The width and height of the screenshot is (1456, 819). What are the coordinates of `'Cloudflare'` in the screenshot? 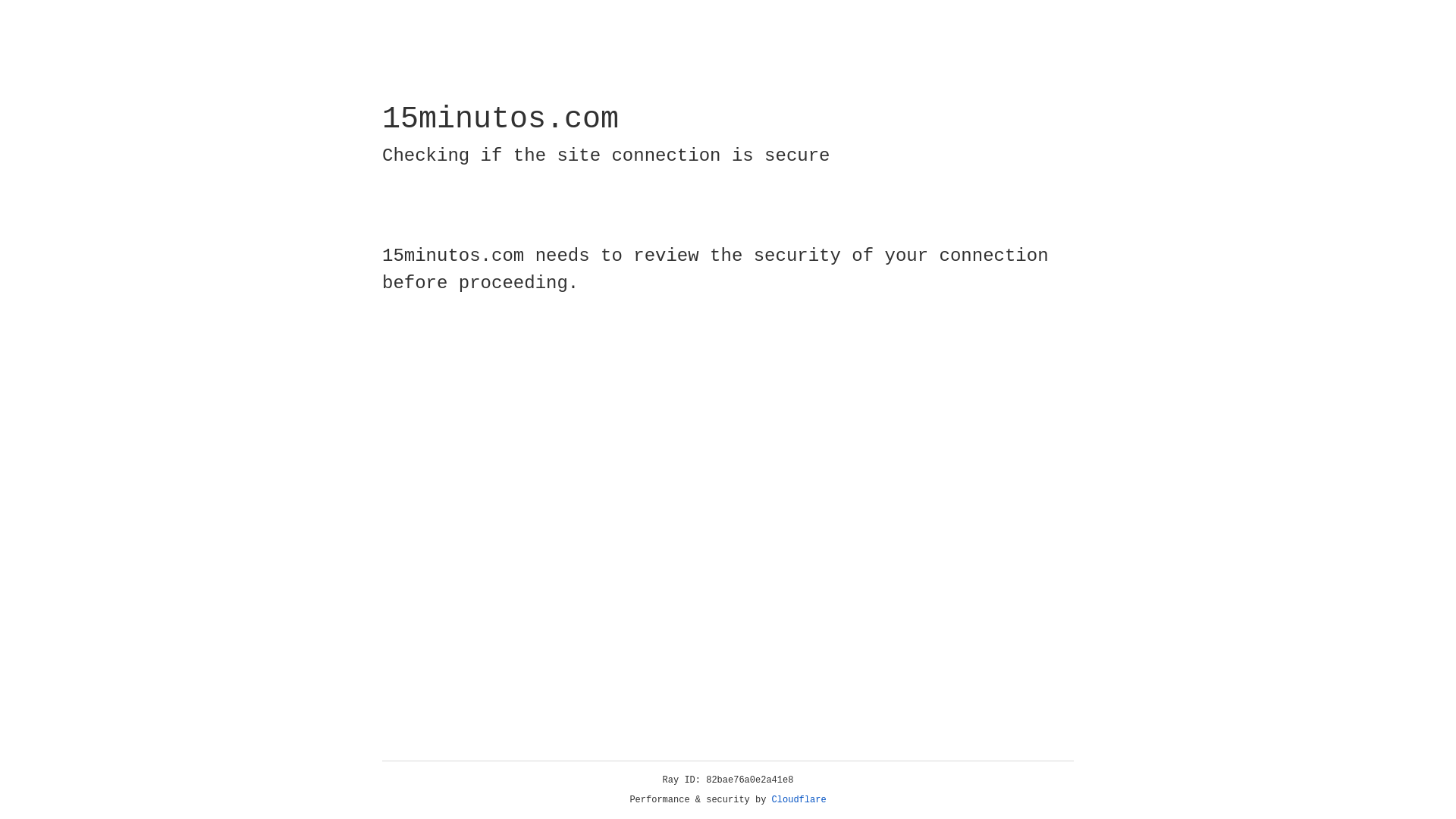 It's located at (799, 799).